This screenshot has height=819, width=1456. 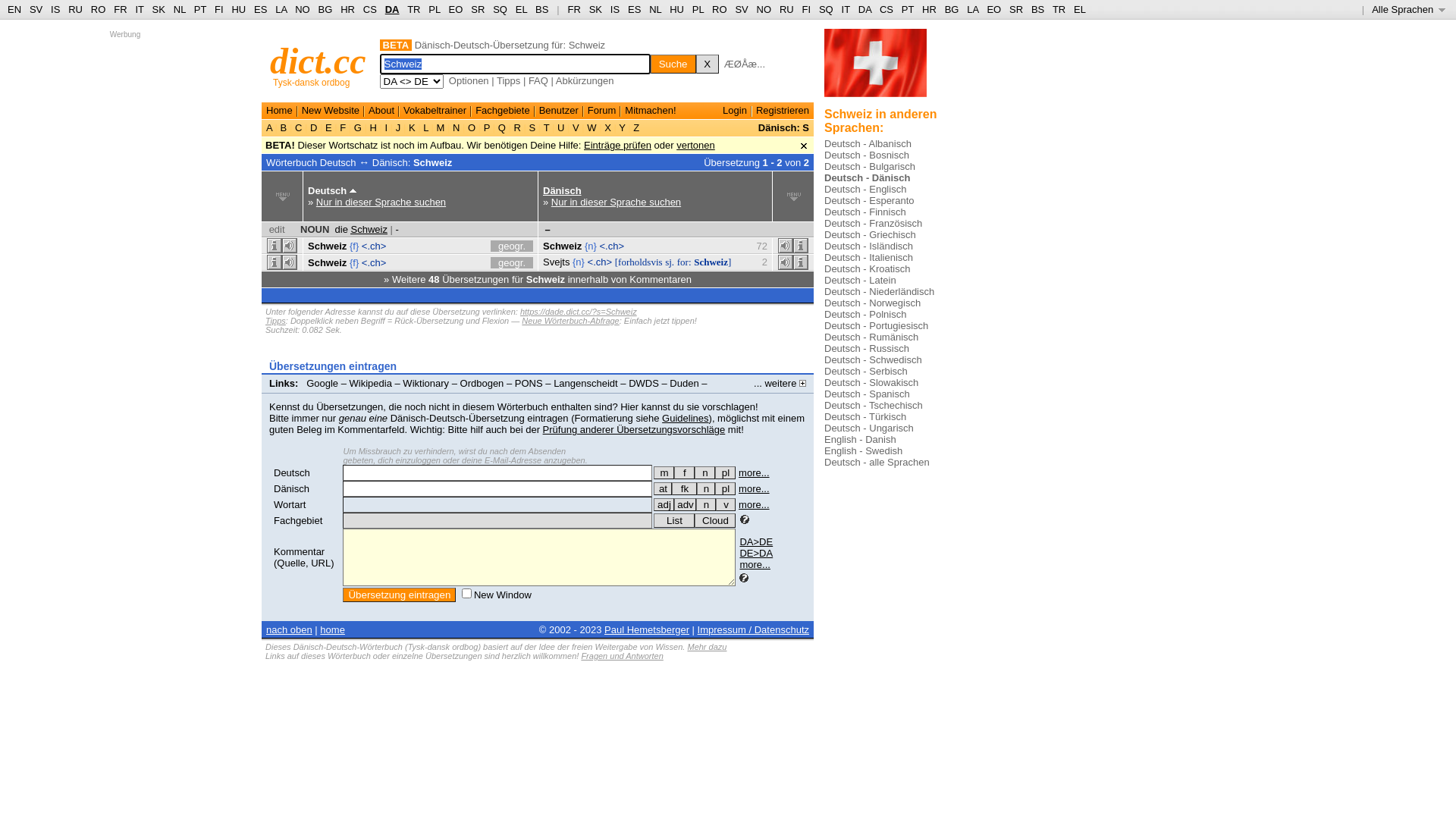 I want to click on 'https://dade.dict.cc/?s=Schweiz', so click(x=520, y=311).